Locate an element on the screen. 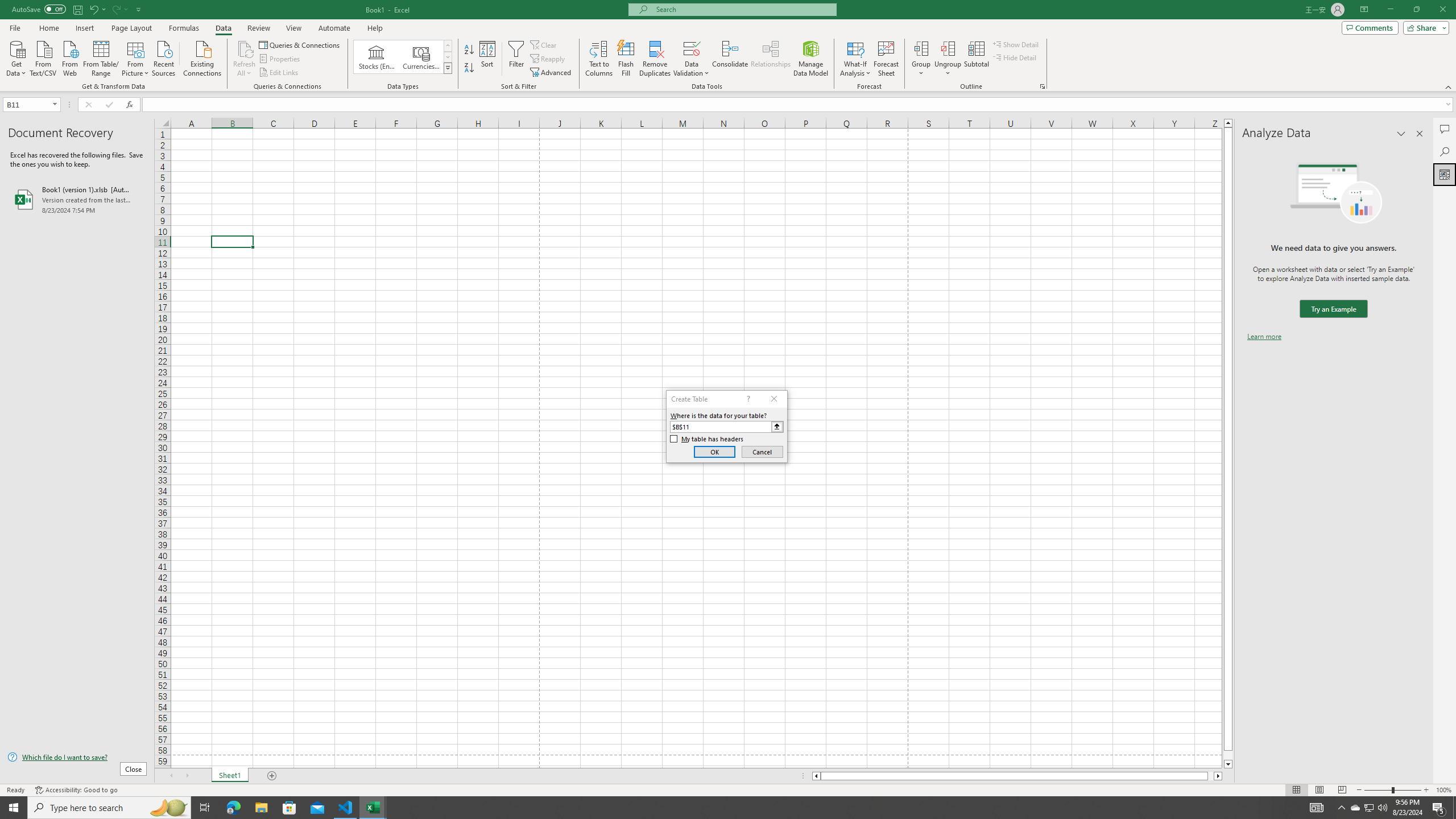  'Which file do I want to save?' is located at coordinates (76, 758).